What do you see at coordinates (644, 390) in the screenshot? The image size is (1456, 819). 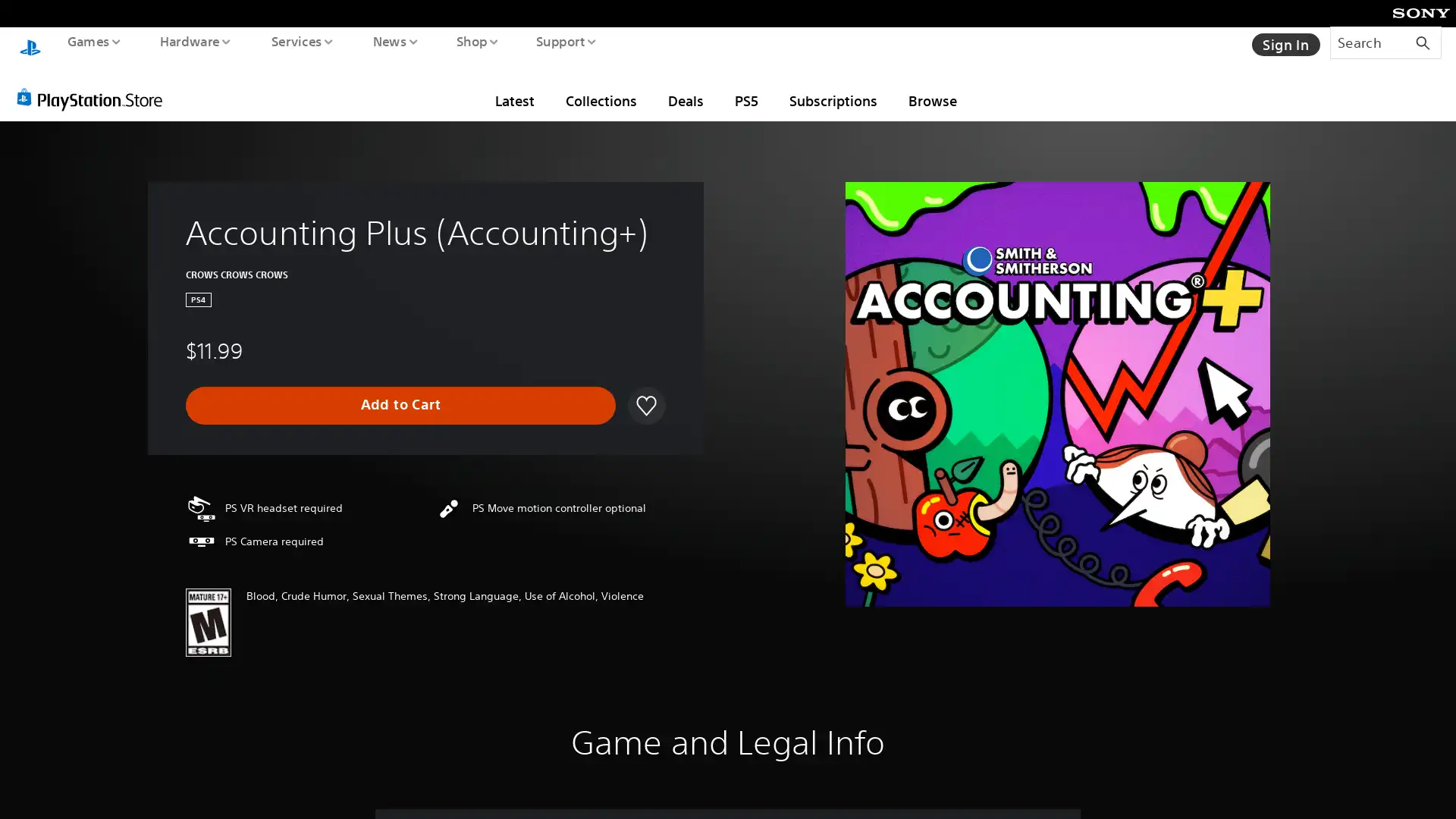 I see `Add to Wishlist` at bounding box center [644, 390].